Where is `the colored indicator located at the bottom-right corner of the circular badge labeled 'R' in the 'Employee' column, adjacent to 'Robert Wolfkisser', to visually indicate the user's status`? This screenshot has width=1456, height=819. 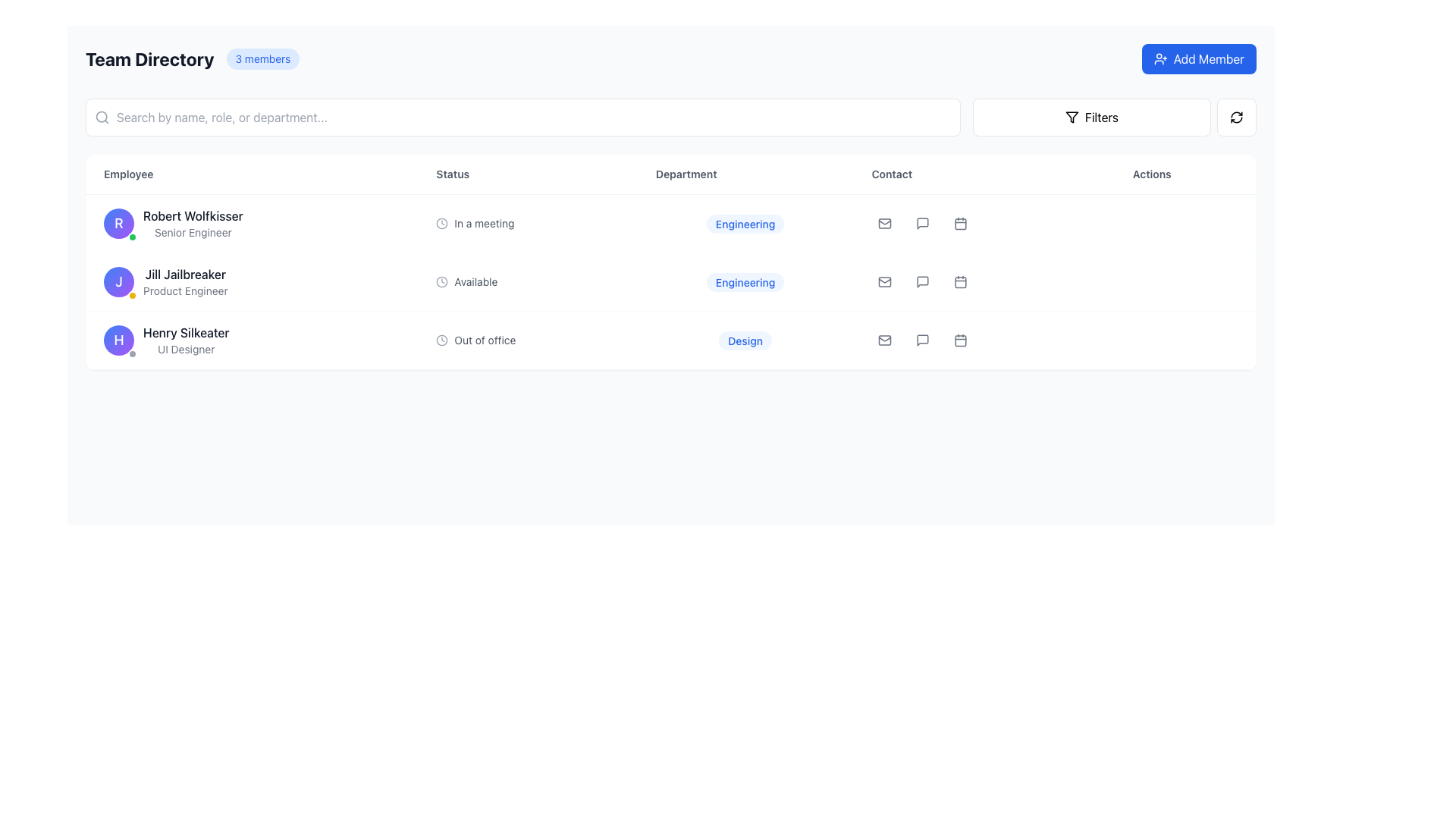 the colored indicator located at the bottom-right corner of the circular badge labeled 'R' in the 'Employee' column, adjacent to 'Robert Wolfkisser', to visually indicate the user's status is located at coordinates (132, 237).